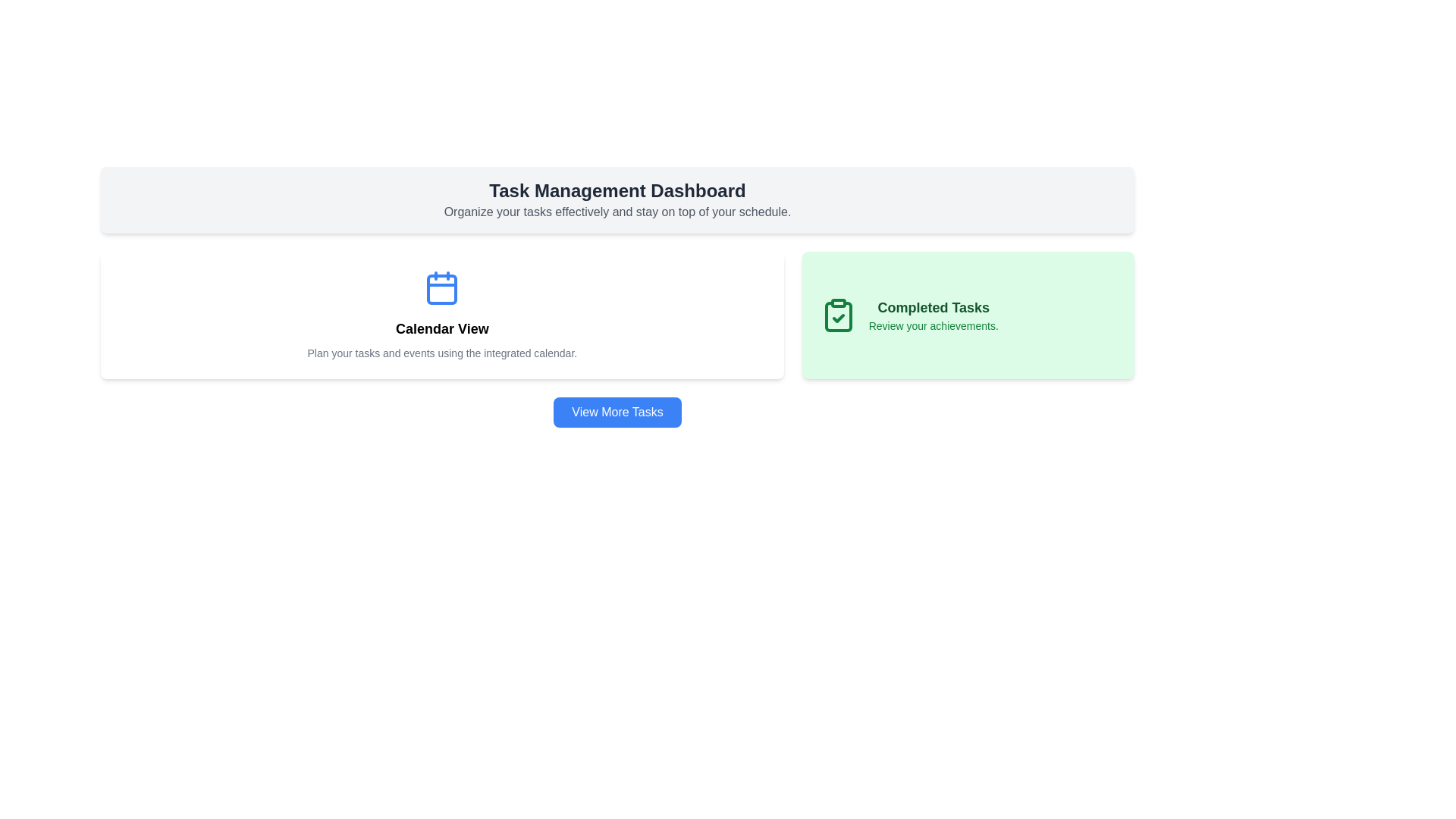  What do you see at coordinates (933, 325) in the screenshot?
I see `the text label displaying 'Review your achievements.' which is located under the 'Completed Tasks' heading in the green-shaded card` at bounding box center [933, 325].